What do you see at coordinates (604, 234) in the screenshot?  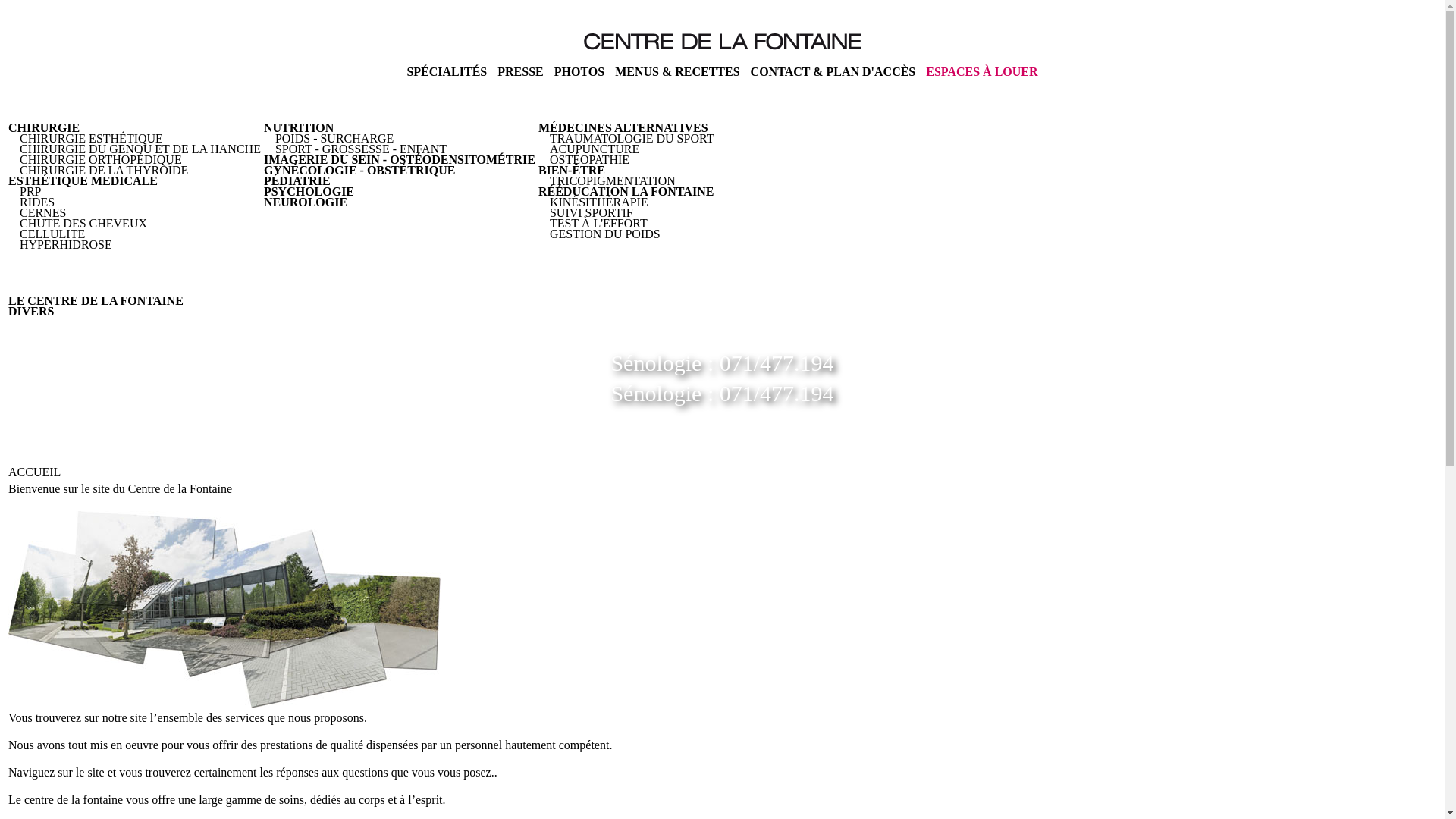 I see `'GESTION DU POIDS'` at bounding box center [604, 234].